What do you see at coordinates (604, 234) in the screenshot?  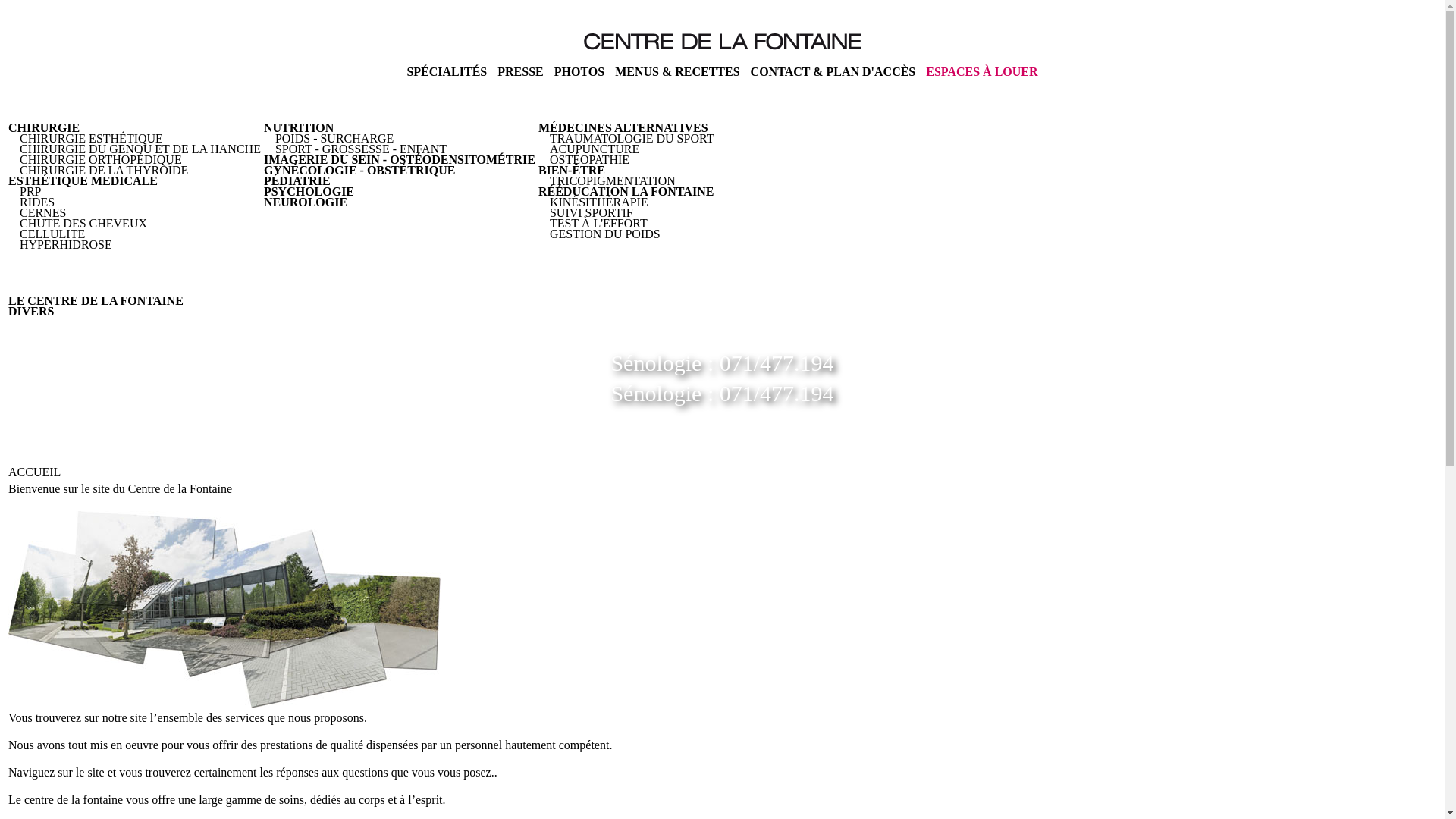 I see `'GESTION DU POIDS'` at bounding box center [604, 234].